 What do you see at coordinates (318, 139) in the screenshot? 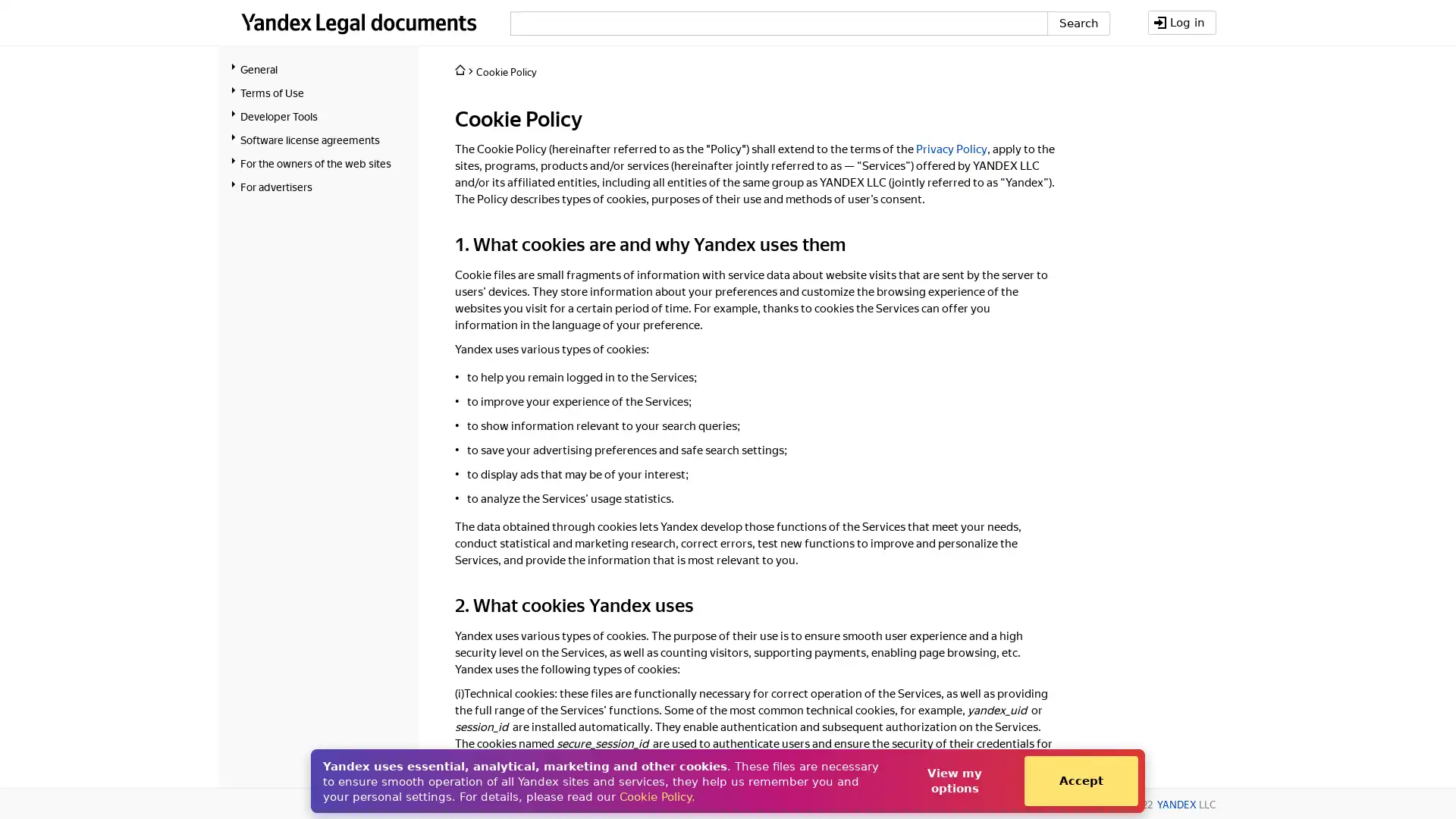
I see `Software license agreements` at bounding box center [318, 139].